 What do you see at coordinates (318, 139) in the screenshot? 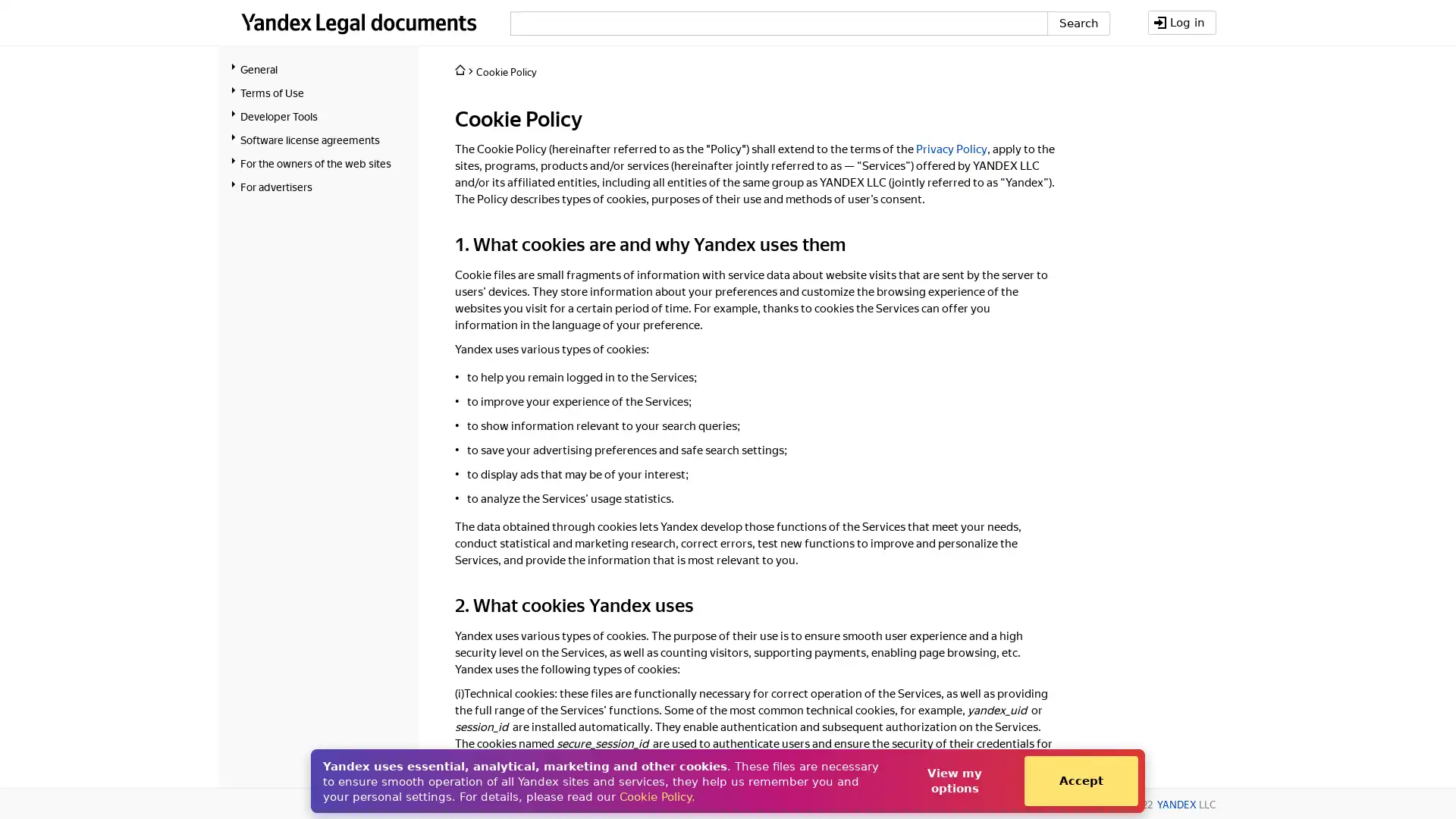
I see `Software license agreements` at bounding box center [318, 139].